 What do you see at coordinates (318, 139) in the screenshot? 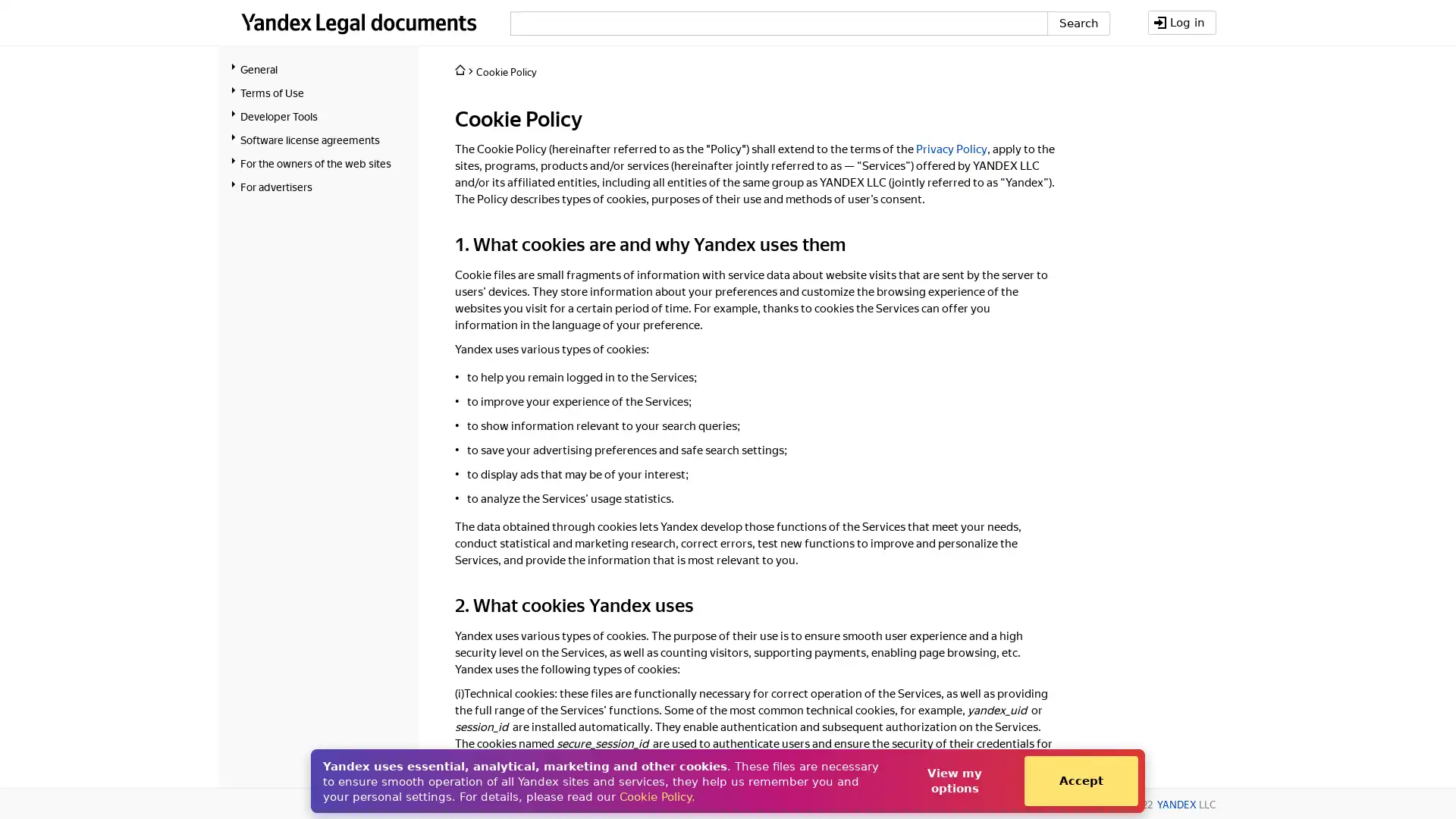
I see `Software license agreements` at bounding box center [318, 139].